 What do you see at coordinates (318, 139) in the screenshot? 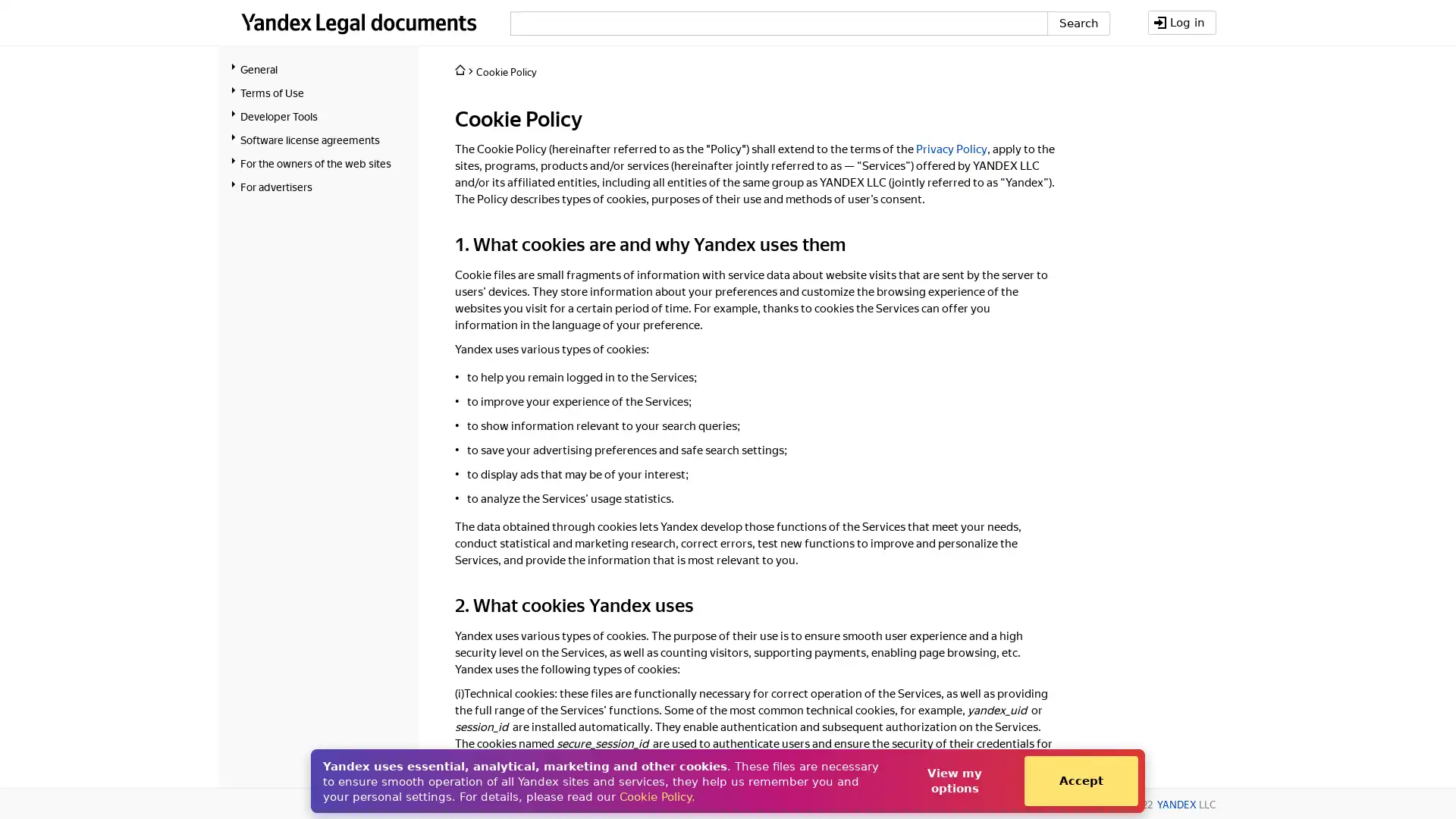
I see `Software license agreements` at bounding box center [318, 139].